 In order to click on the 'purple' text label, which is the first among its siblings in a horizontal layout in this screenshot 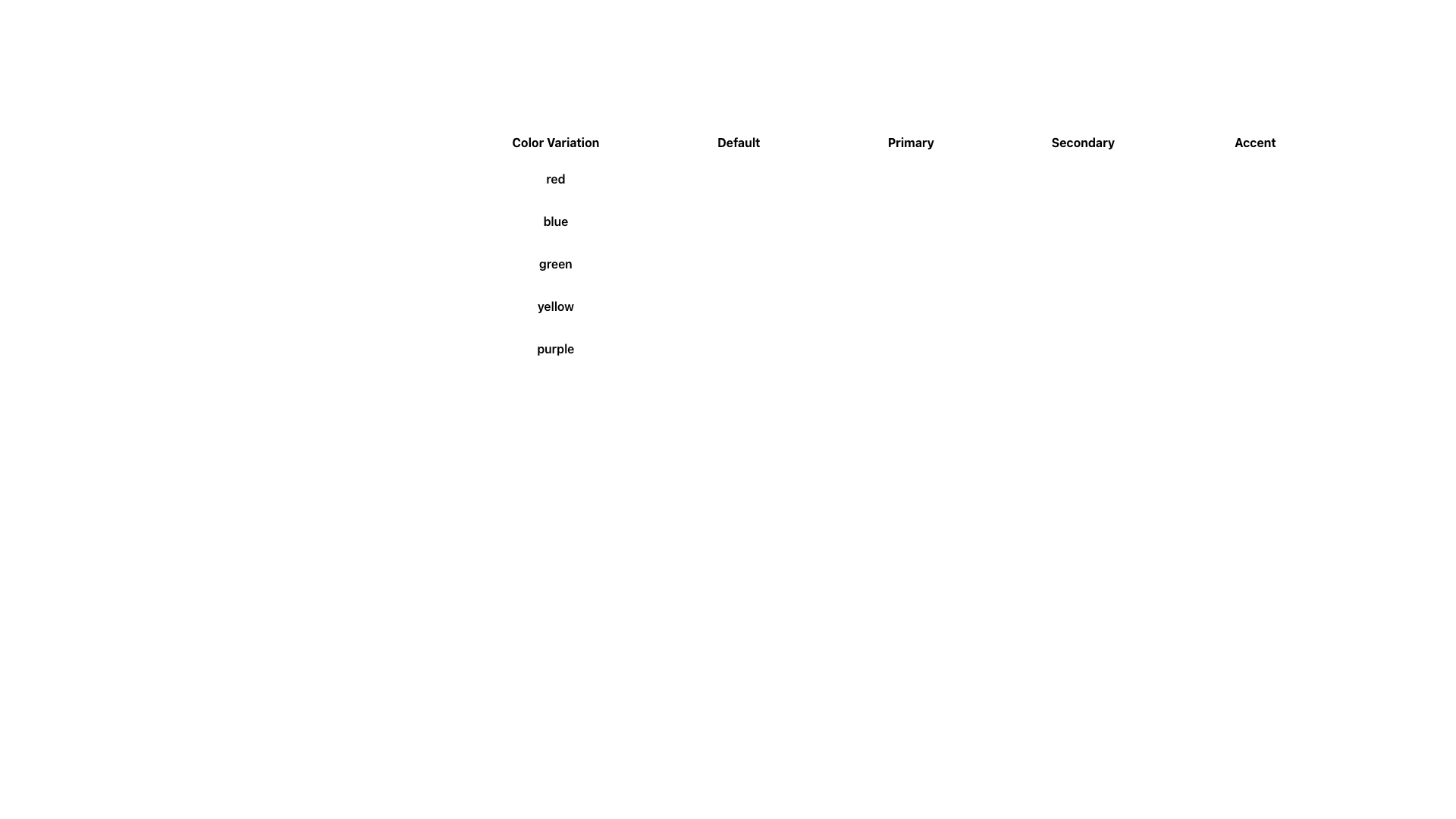, I will do `click(554, 348)`.